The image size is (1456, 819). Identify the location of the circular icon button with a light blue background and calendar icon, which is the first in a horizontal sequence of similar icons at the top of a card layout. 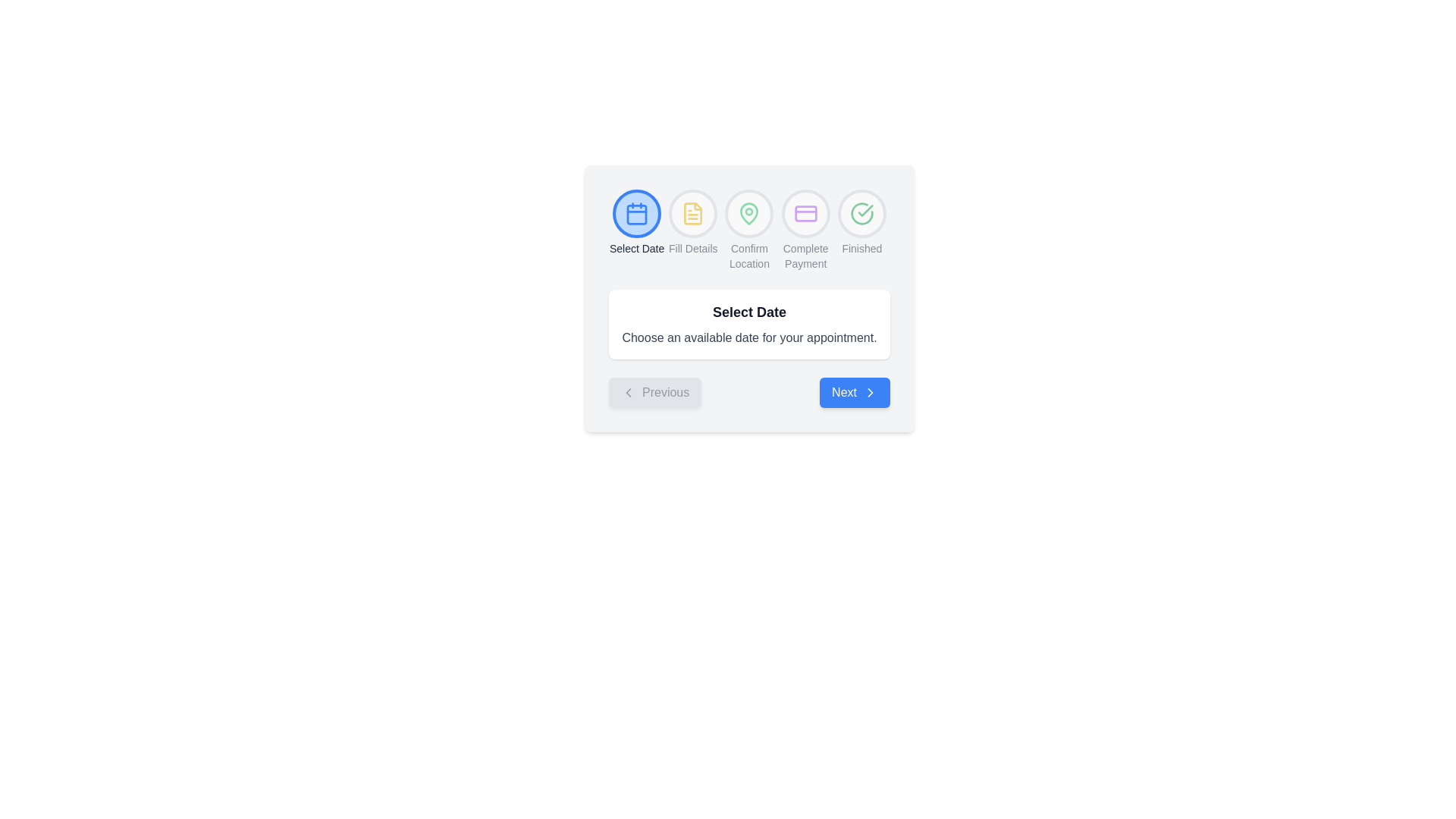
(637, 213).